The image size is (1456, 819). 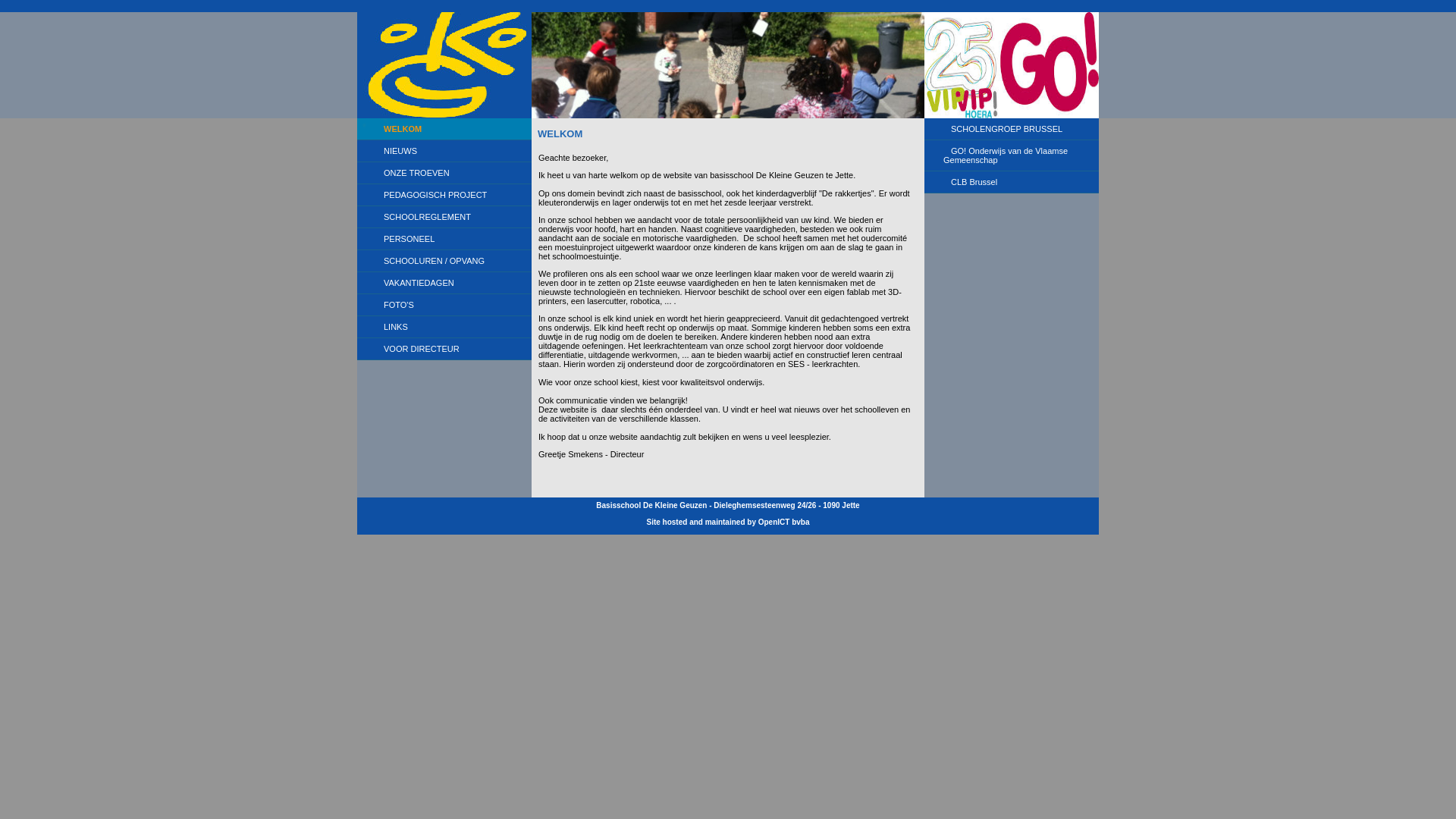 What do you see at coordinates (443, 349) in the screenshot?
I see `'VOOR DIRECTEUR'` at bounding box center [443, 349].